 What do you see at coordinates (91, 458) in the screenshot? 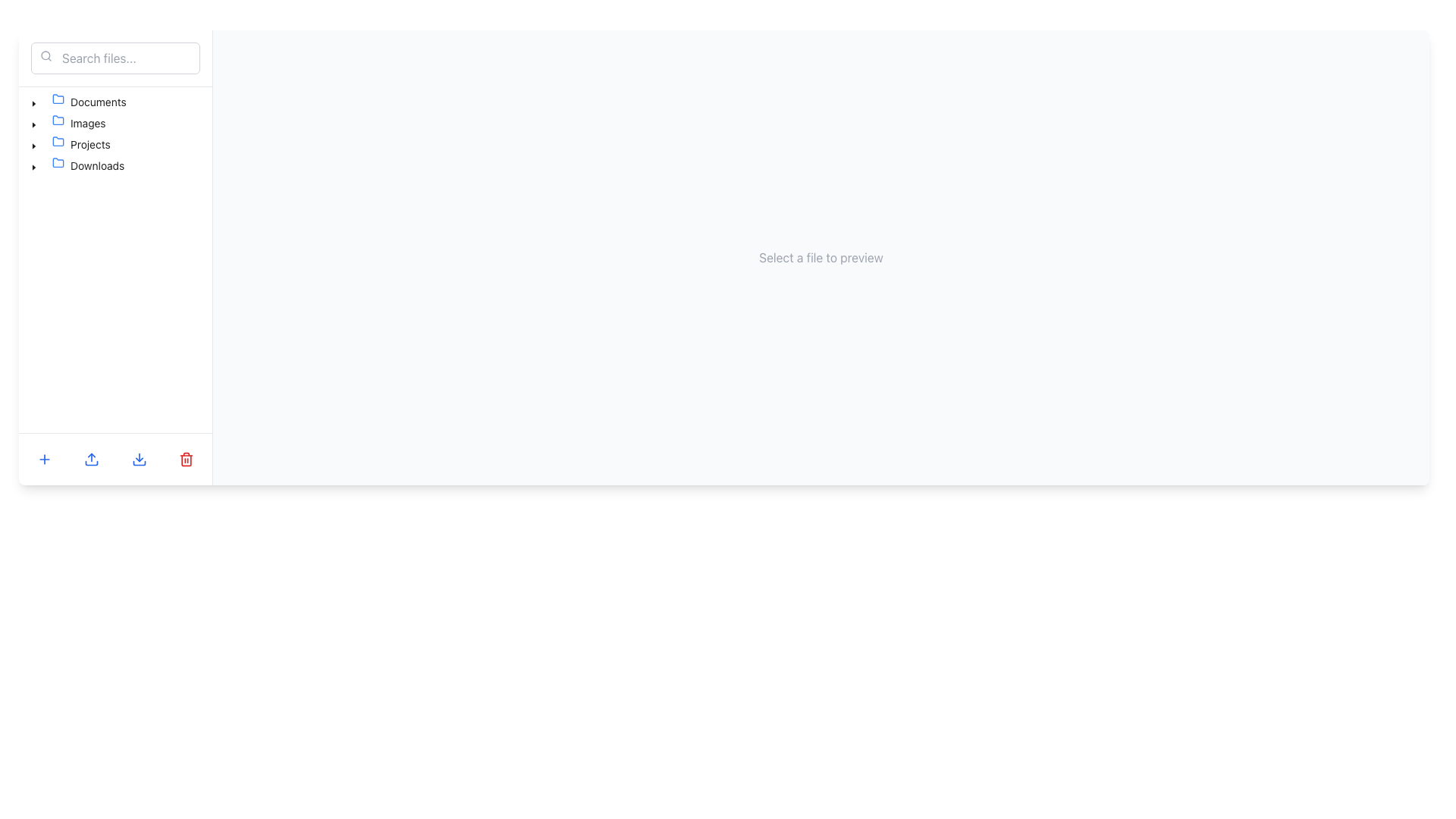
I see `the blue upload button with an upward arrow and rounded corners, which is the second button in a horizontal row of four buttons at the bottom left of the interface, to initiate file upload` at bounding box center [91, 458].